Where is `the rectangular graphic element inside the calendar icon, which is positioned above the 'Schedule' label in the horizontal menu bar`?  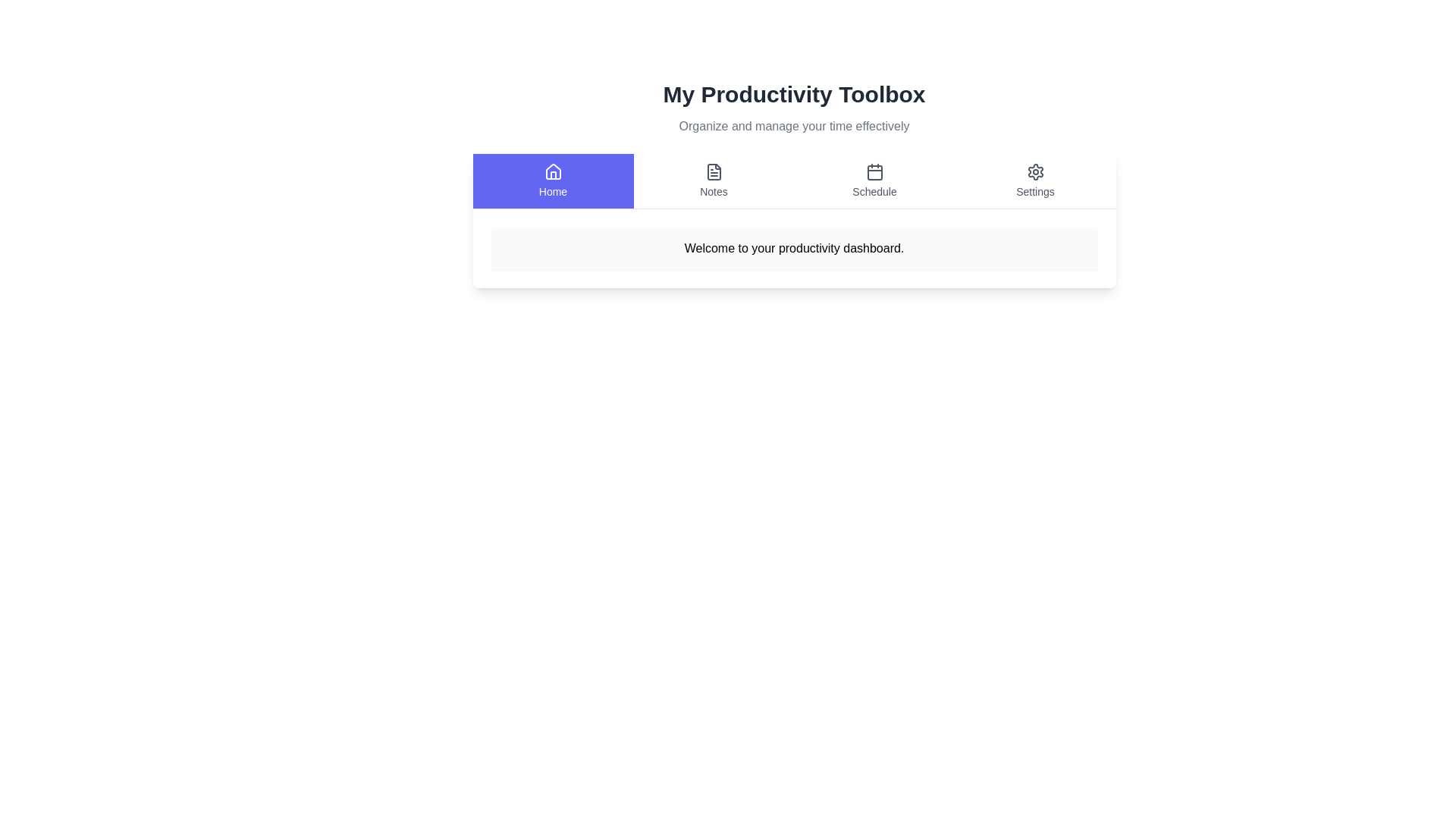 the rectangular graphic element inside the calendar icon, which is positioned above the 'Schedule' label in the horizontal menu bar is located at coordinates (874, 171).